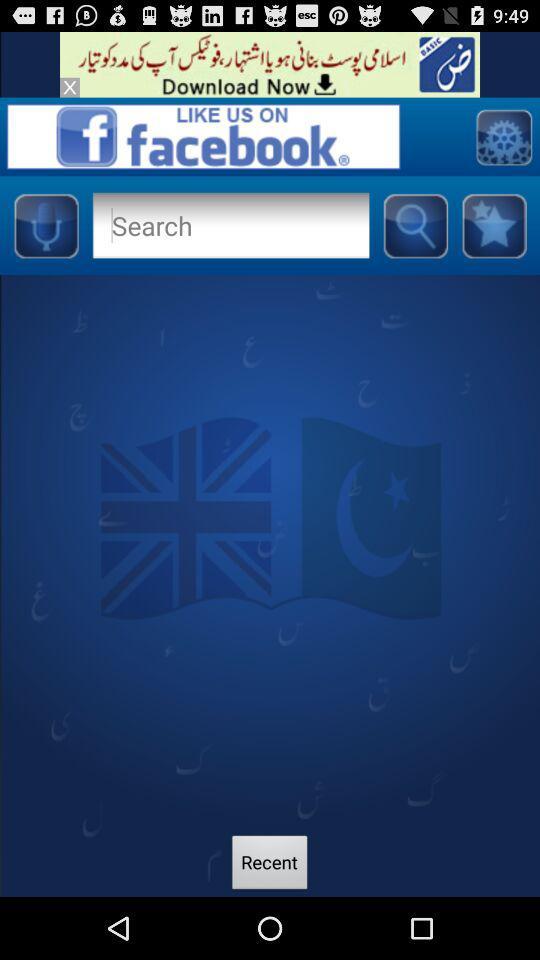  What do you see at coordinates (270, 64) in the screenshot?
I see `visit banner advertisement` at bounding box center [270, 64].